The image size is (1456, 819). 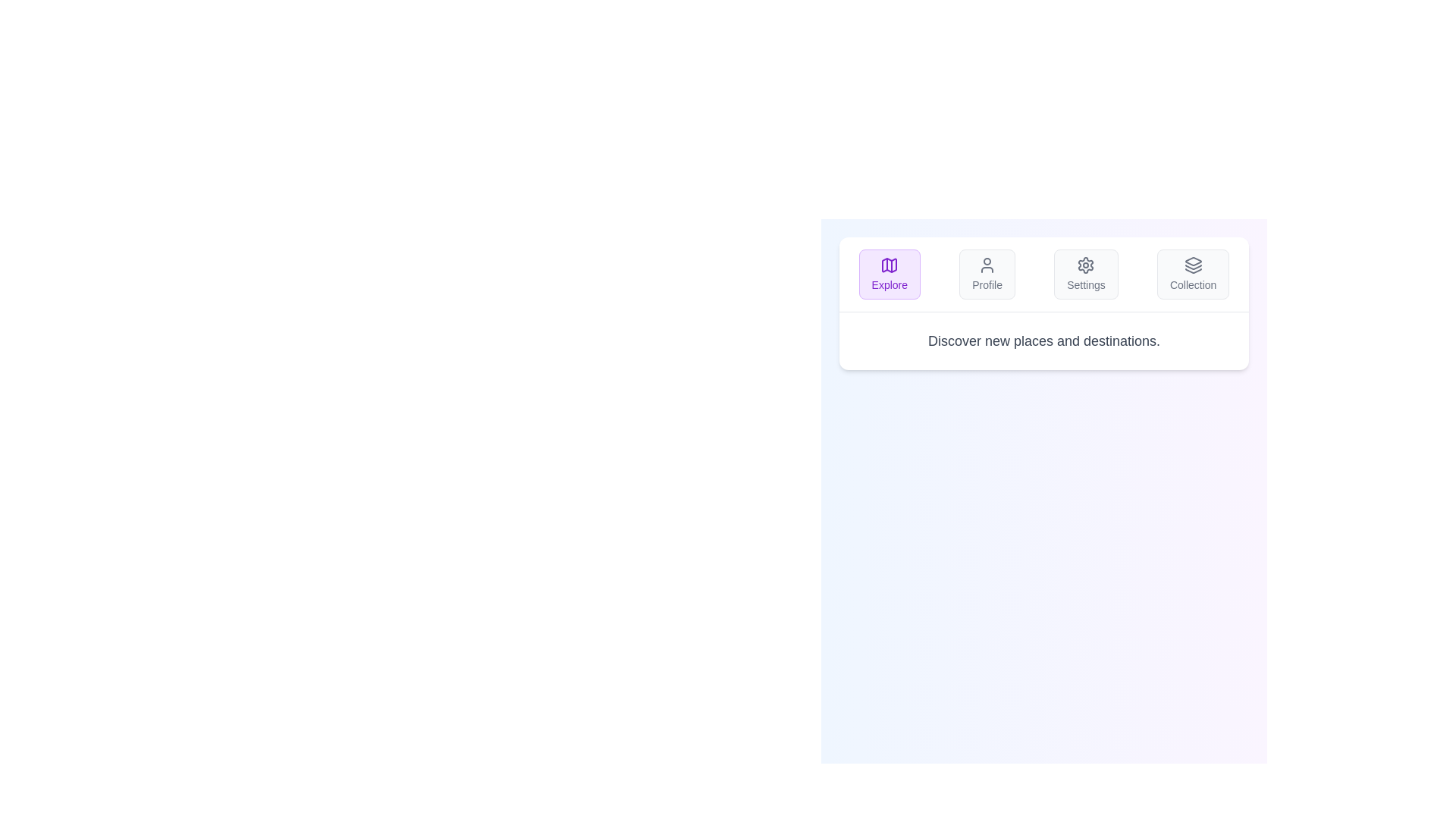 What do you see at coordinates (890, 265) in the screenshot?
I see `the map icon, which is part of the 'Explore' button located at the top-left of the navigation panel, outlined in purple and resembling a folded map` at bounding box center [890, 265].